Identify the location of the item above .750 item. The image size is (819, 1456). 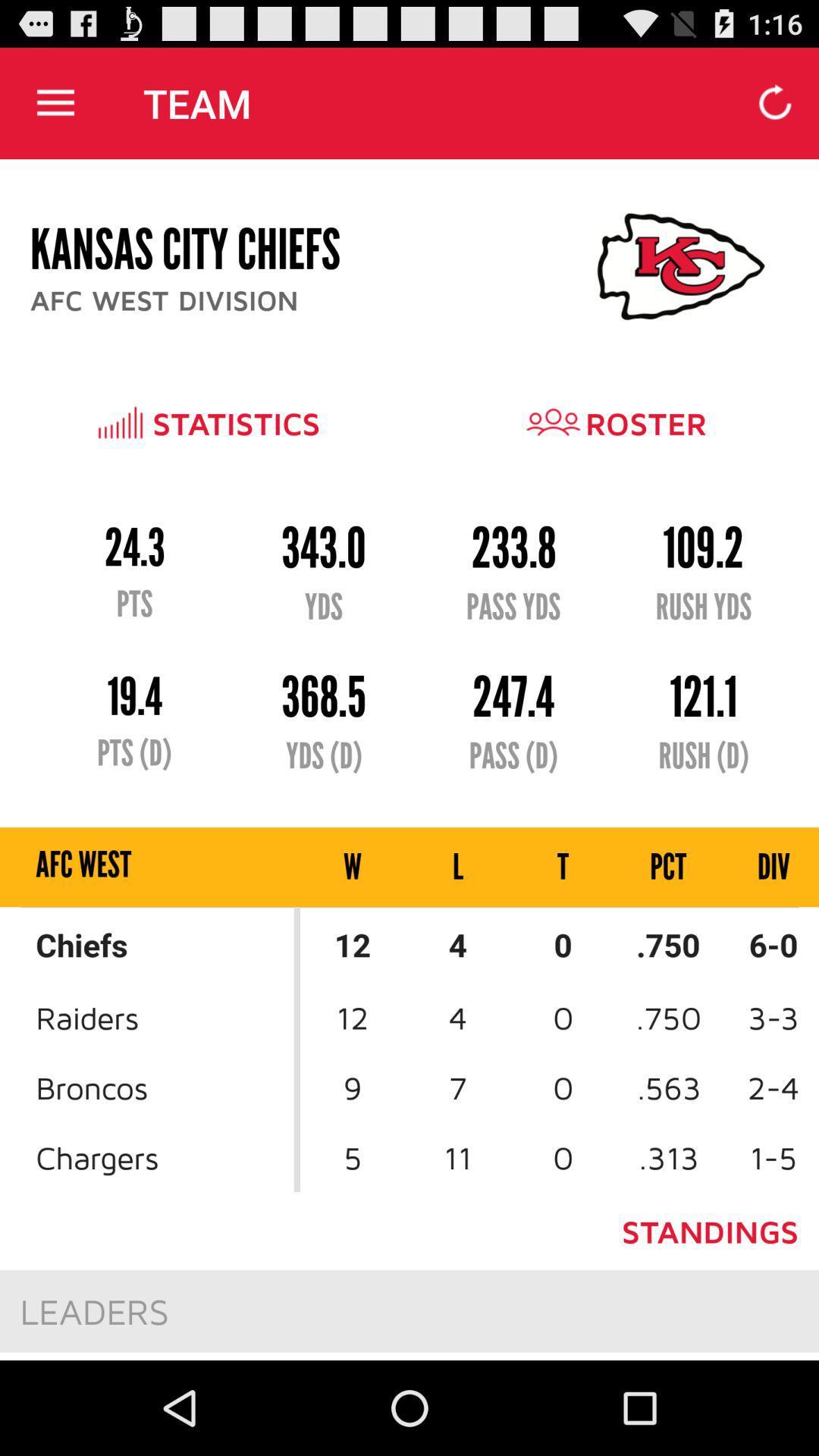
(760, 867).